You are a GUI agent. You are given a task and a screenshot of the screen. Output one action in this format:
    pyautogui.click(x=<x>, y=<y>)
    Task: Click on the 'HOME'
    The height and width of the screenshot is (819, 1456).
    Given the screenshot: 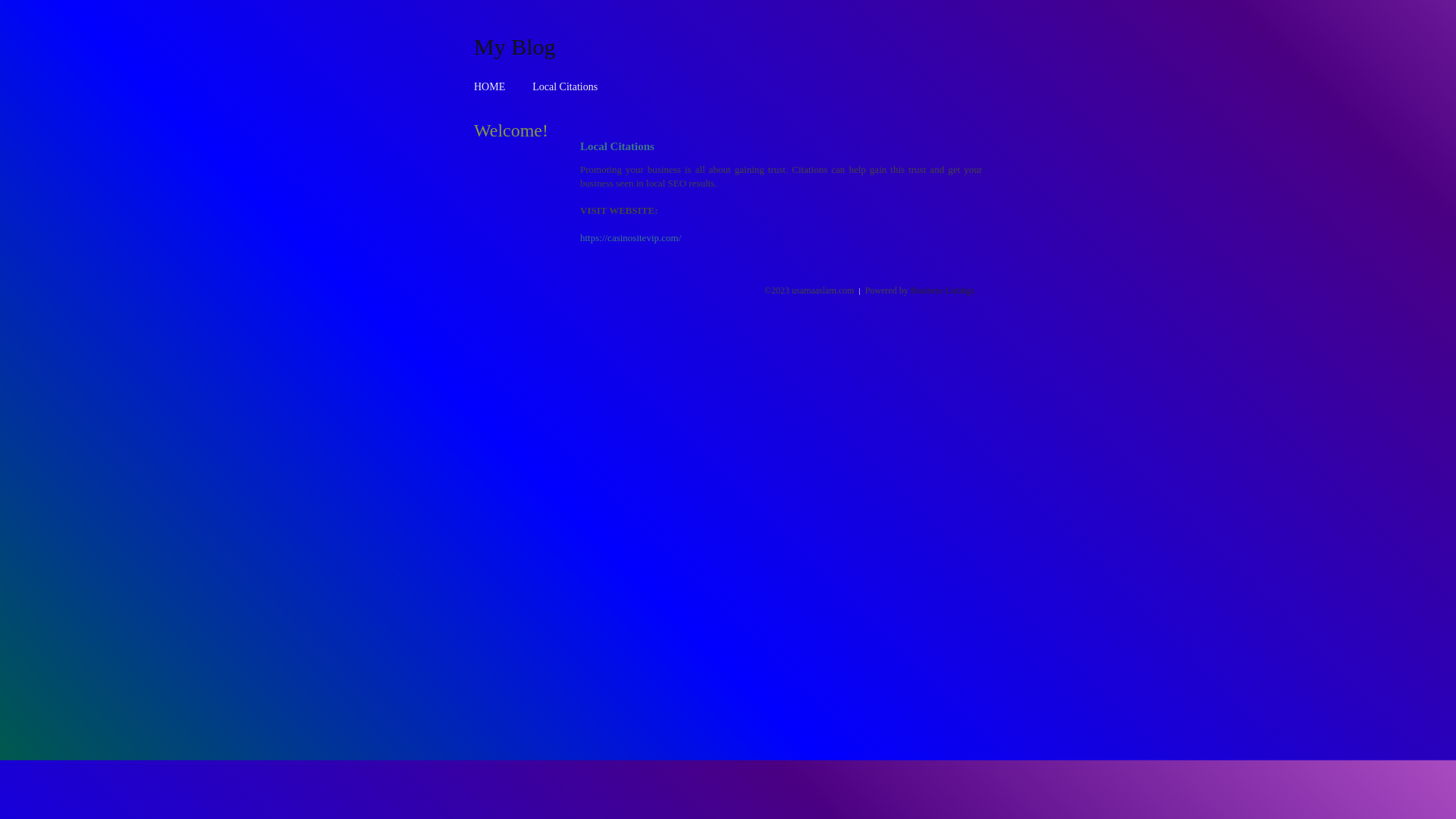 What is the action you would take?
    pyautogui.click(x=489, y=86)
    